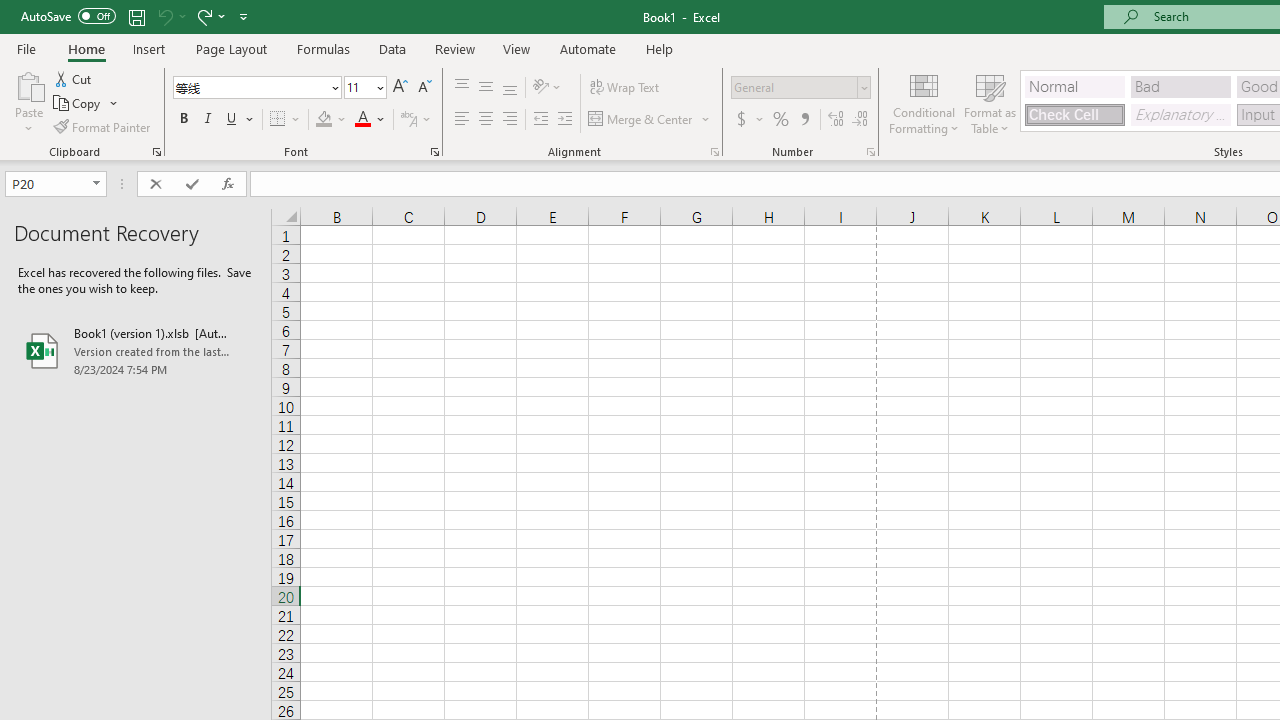 This screenshot has height=720, width=1280. Describe the element at coordinates (277, 119) in the screenshot. I see `'Bottom Border'` at that location.